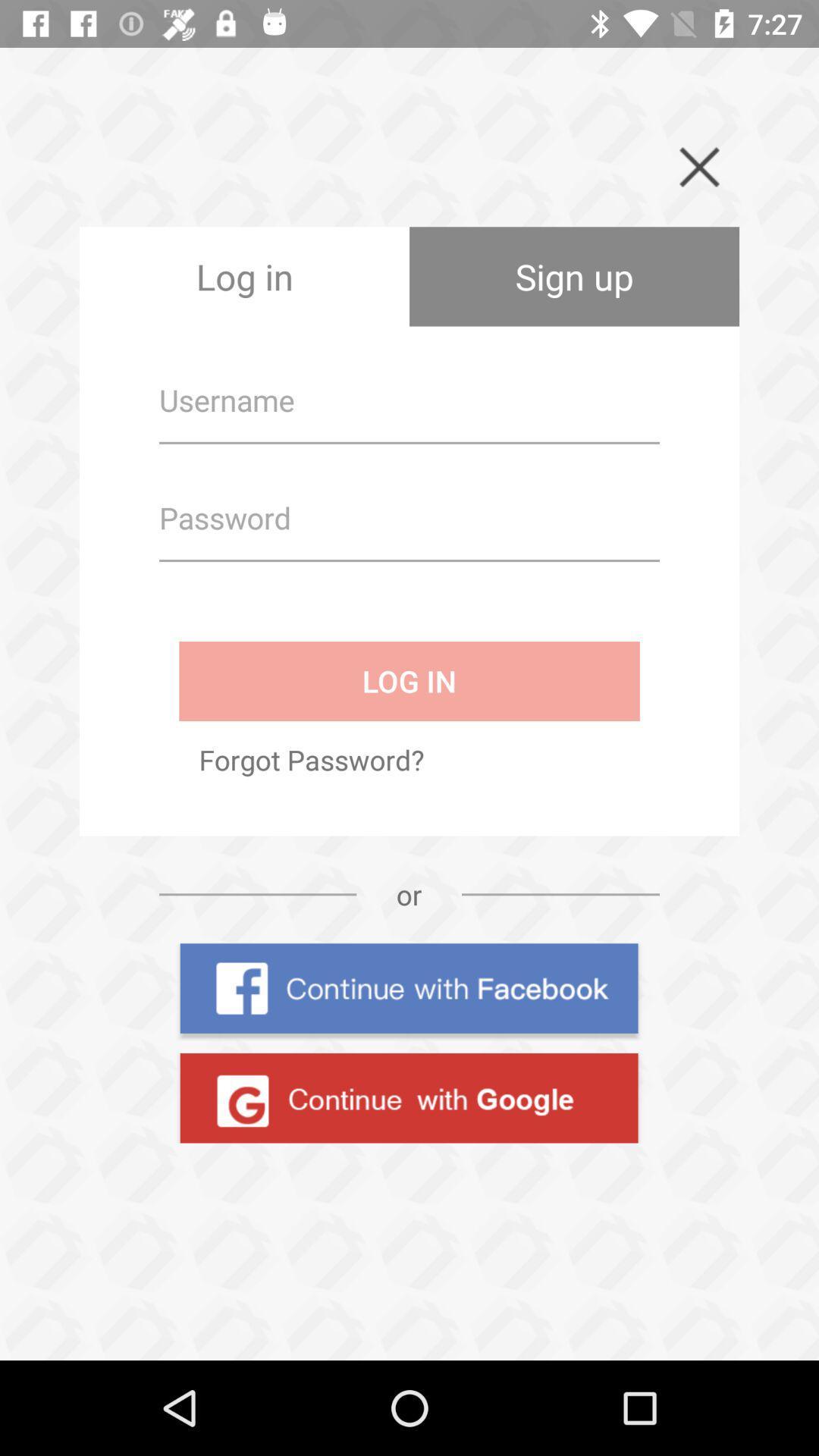 The image size is (819, 1456). What do you see at coordinates (74, 1310) in the screenshot?
I see `the star icon` at bounding box center [74, 1310].